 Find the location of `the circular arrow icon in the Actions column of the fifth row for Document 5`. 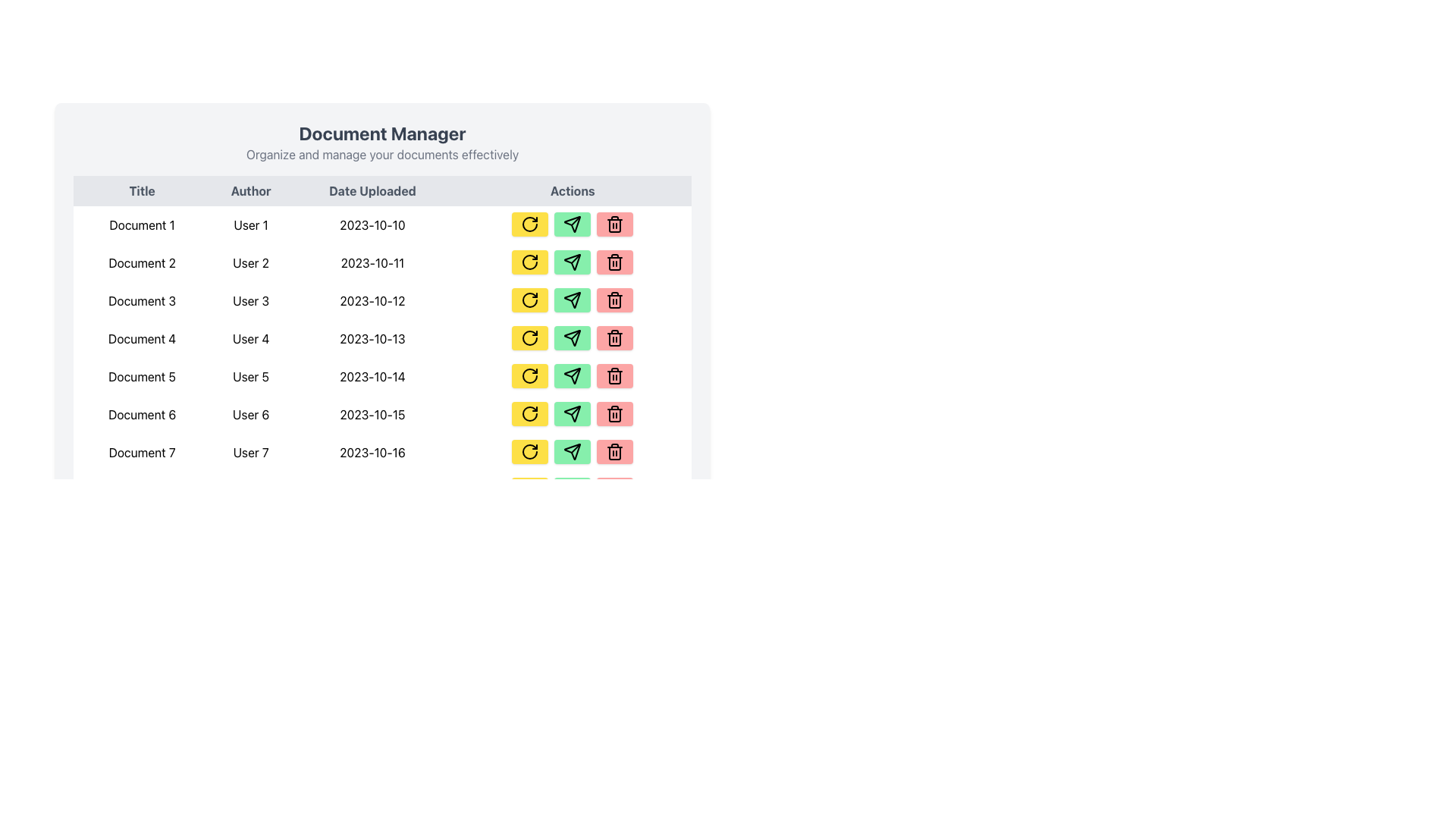

the circular arrow icon in the Actions column of the fifth row for Document 5 is located at coordinates (530, 375).